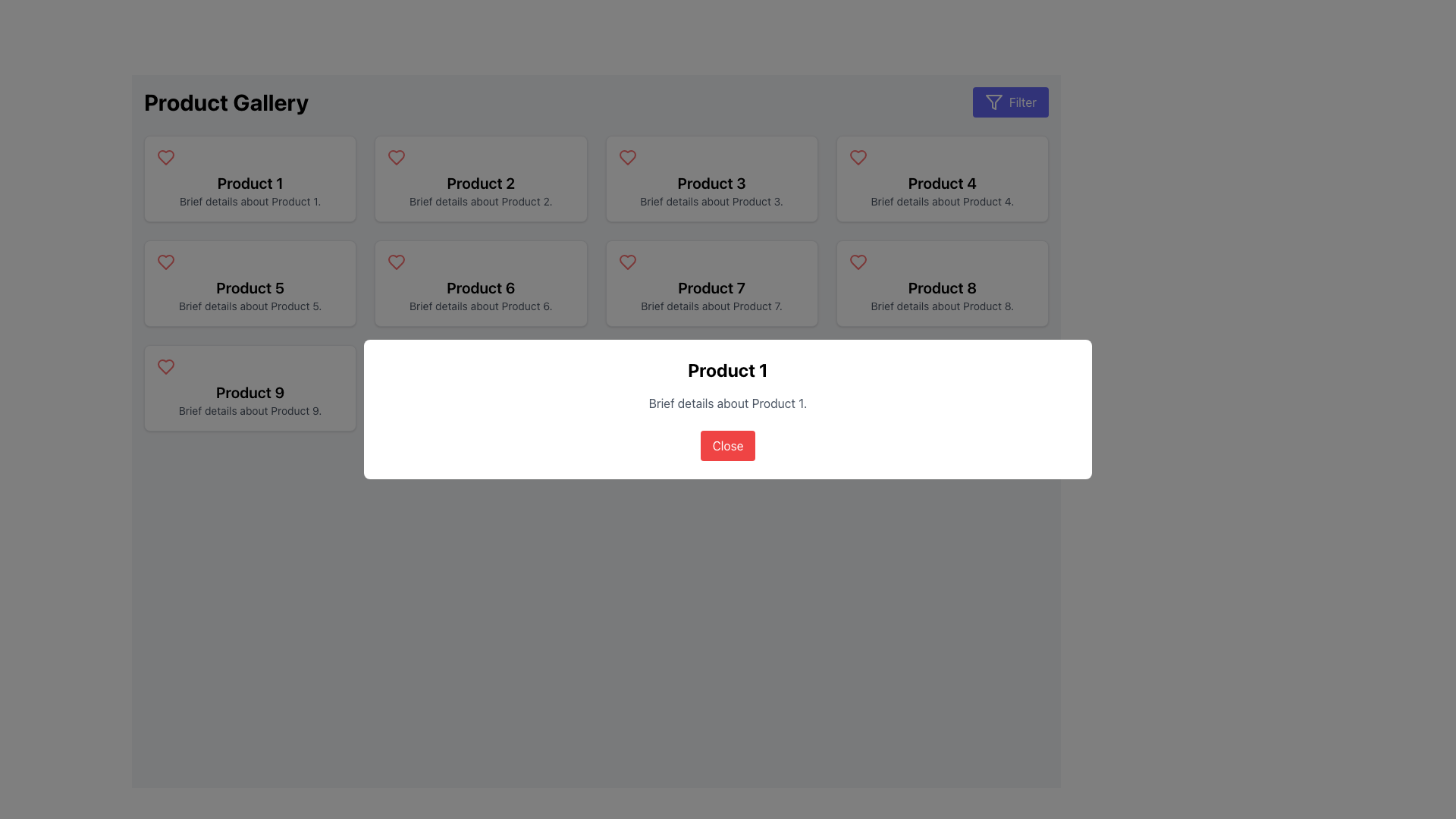 The height and width of the screenshot is (819, 1456). What do you see at coordinates (250, 183) in the screenshot?
I see `the Text Label that serves as the title for the product, positioned slightly above its sibling description element` at bounding box center [250, 183].